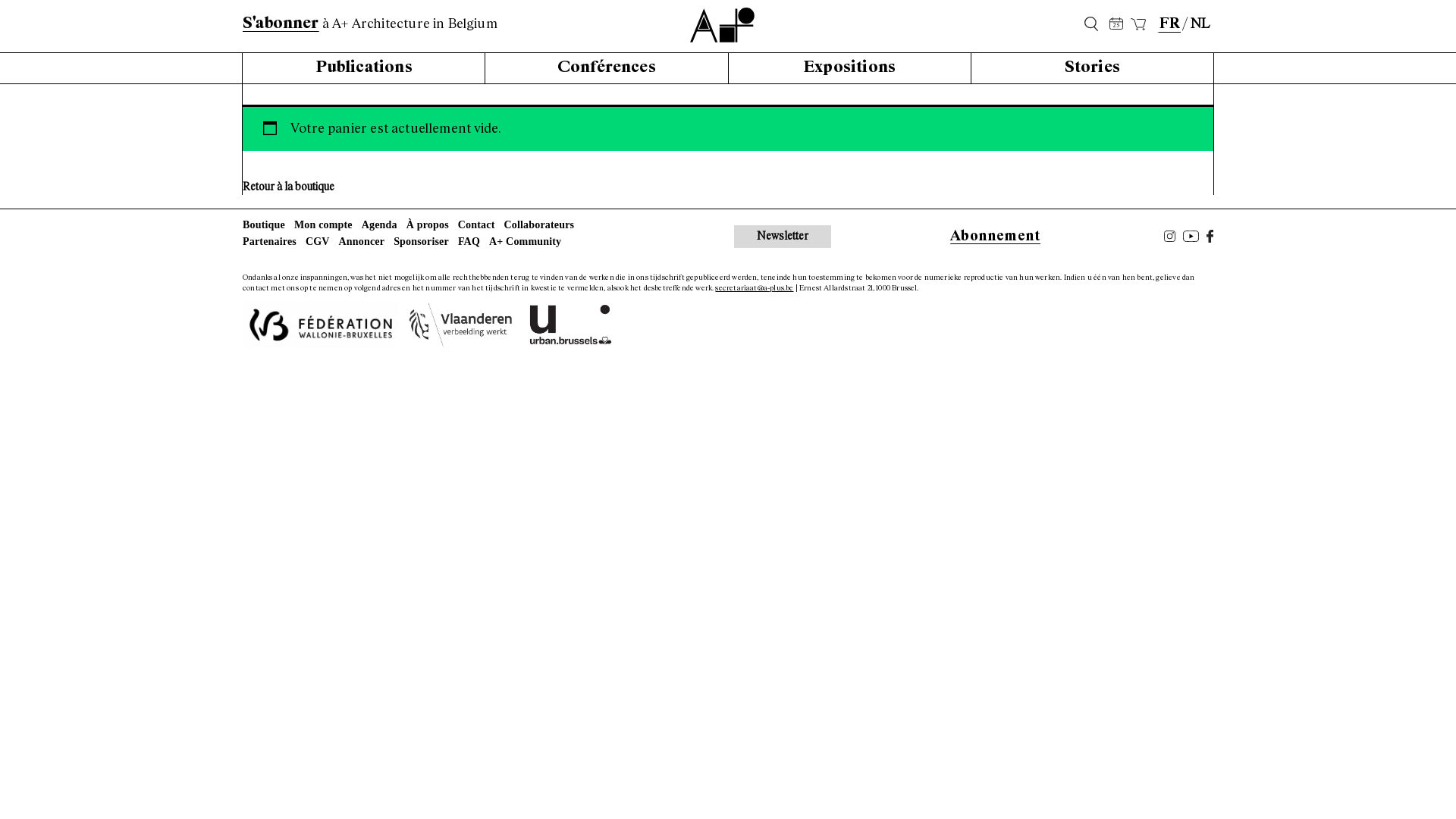 The image size is (1456, 819). I want to click on 'Expositions', so click(848, 67).